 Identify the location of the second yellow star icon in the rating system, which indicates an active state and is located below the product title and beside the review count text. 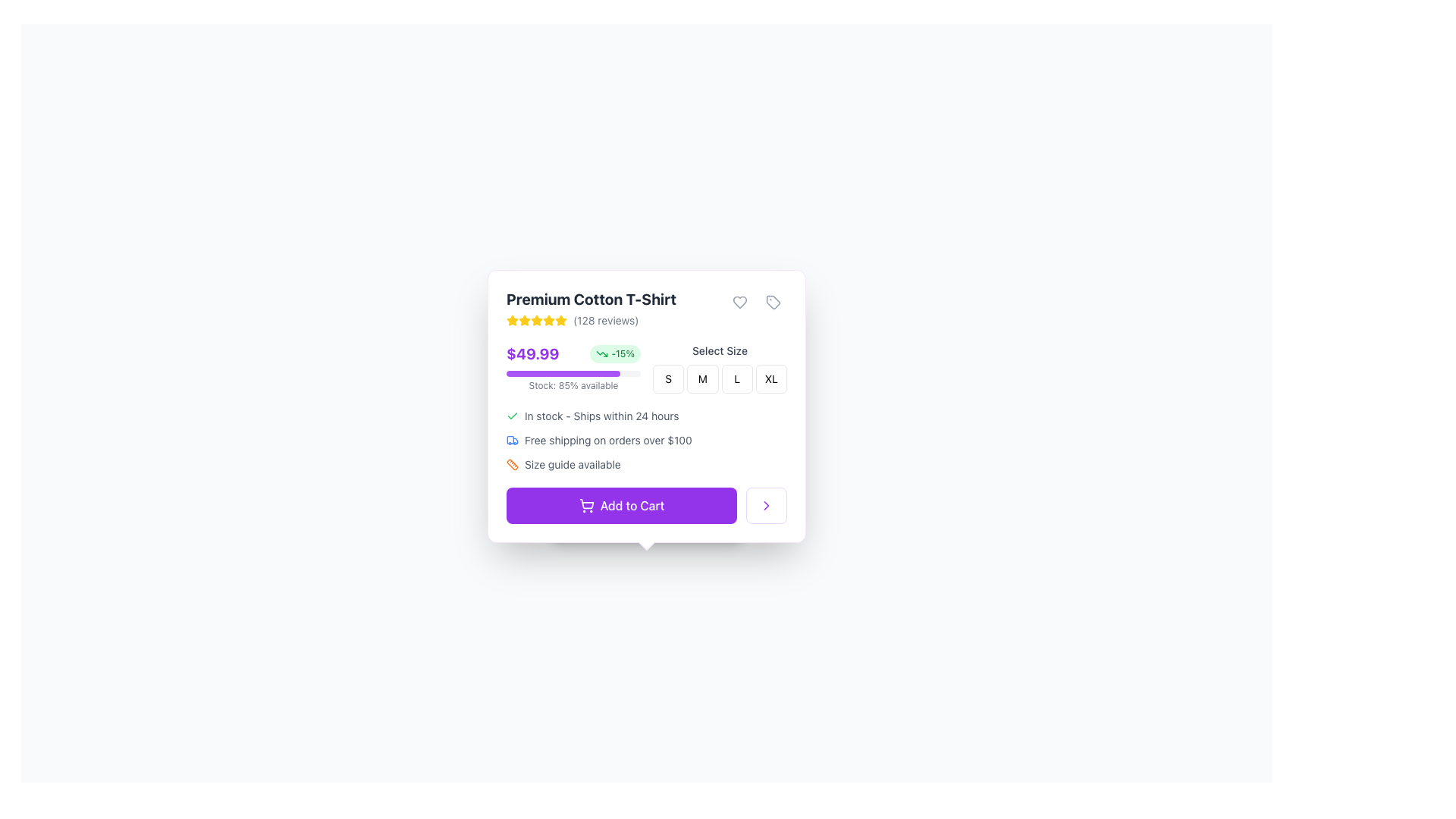
(513, 320).